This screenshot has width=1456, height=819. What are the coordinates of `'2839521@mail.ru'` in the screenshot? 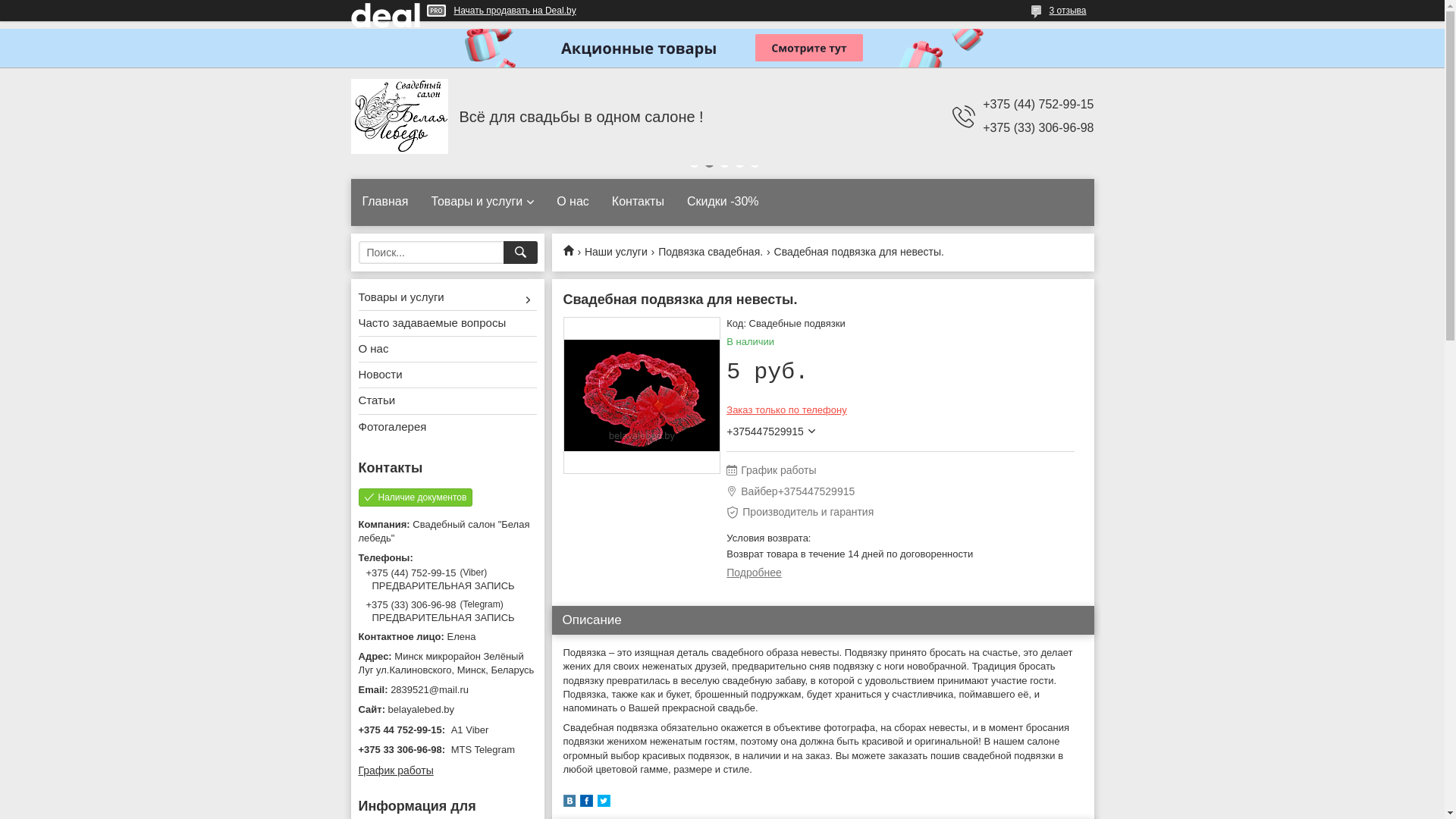 It's located at (446, 690).